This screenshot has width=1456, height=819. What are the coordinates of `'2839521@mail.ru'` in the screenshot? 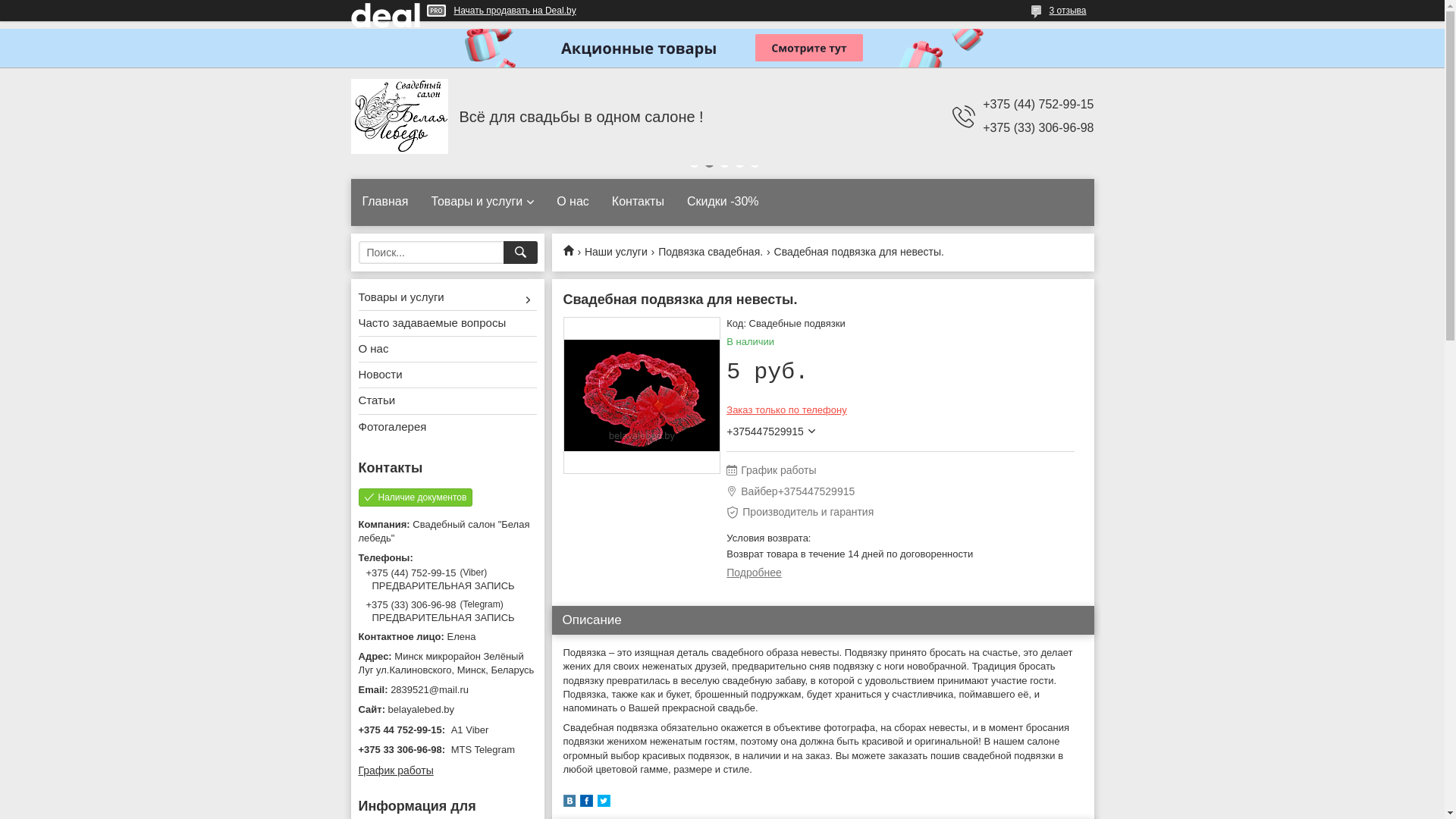 It's located at (446, 690).